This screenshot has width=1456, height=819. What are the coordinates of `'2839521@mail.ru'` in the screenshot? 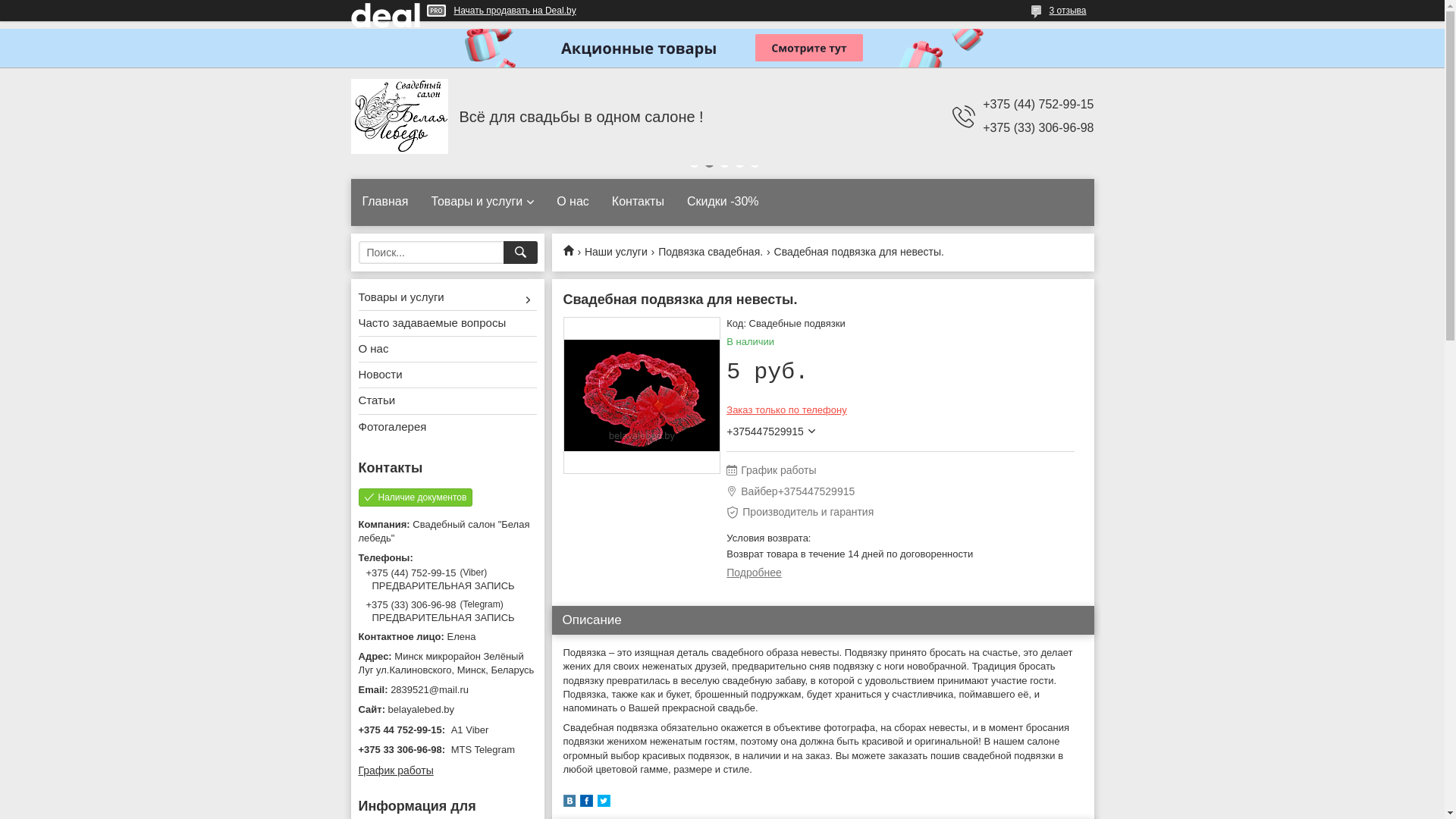 It's located at (446, 690).